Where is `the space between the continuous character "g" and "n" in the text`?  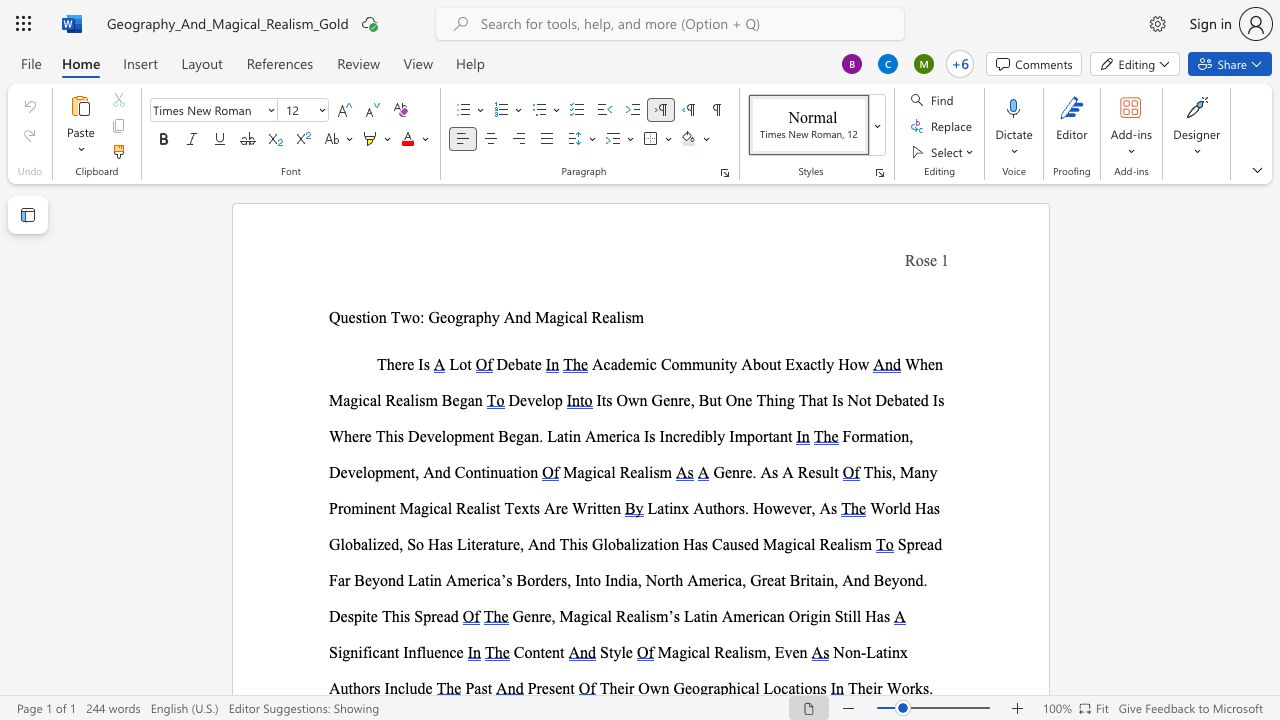
the space between the continuous character "g" and "n" in the text is located at coordinates (350, 652).